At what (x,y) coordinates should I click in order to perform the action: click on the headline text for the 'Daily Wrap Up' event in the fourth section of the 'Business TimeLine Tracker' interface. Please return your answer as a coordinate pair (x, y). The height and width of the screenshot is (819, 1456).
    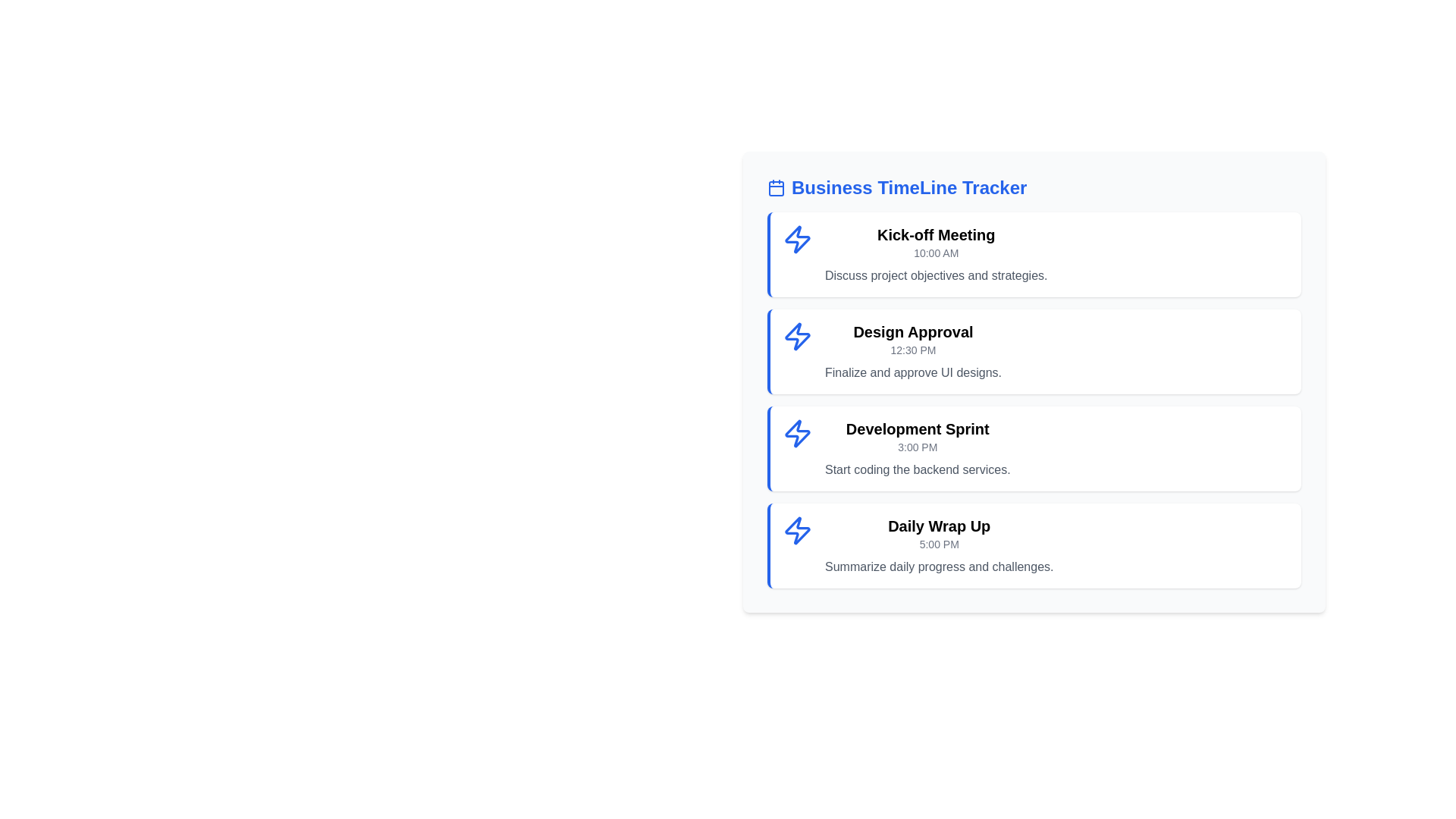
    Looking at the image, I should click on (938, 526).